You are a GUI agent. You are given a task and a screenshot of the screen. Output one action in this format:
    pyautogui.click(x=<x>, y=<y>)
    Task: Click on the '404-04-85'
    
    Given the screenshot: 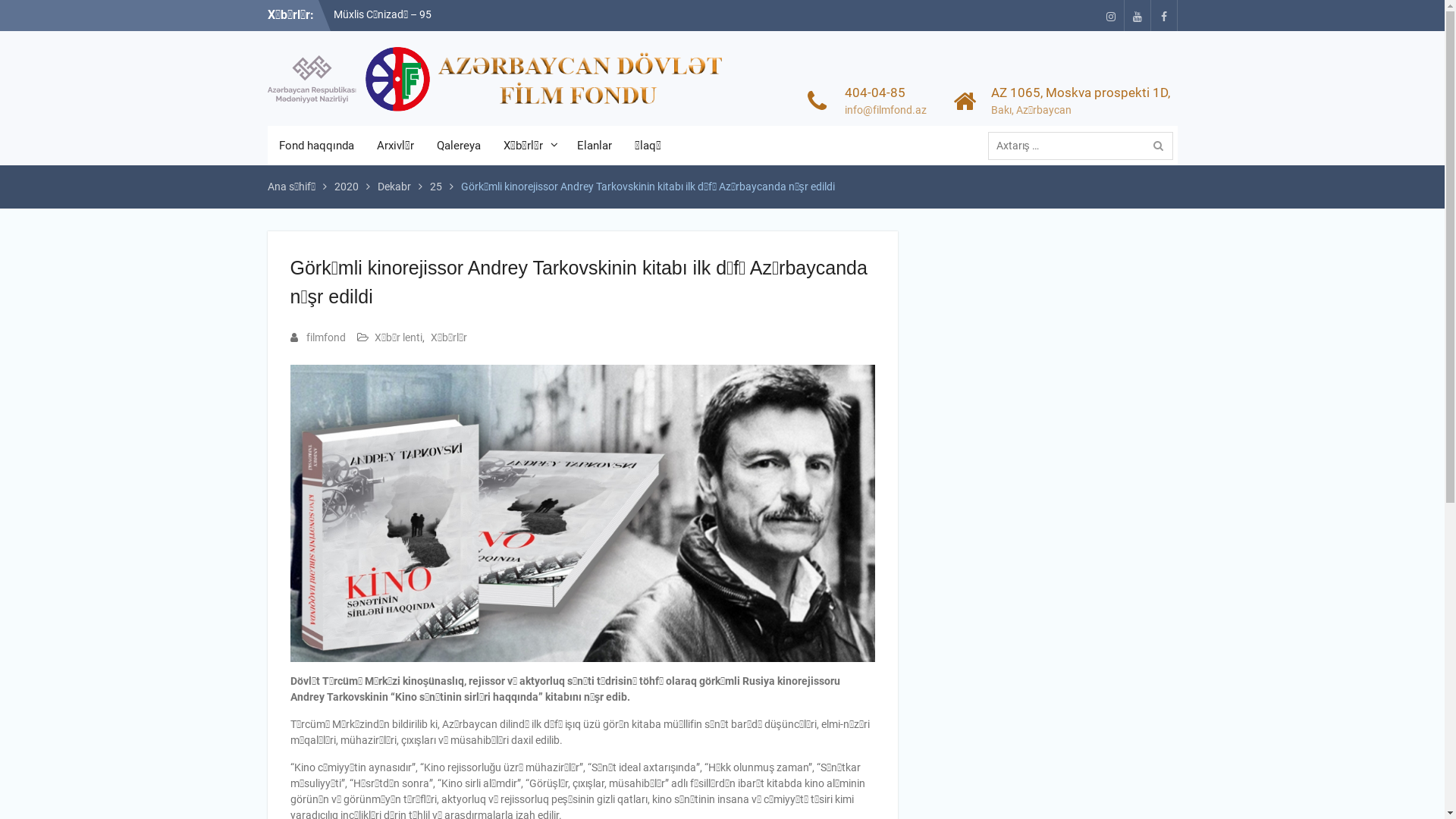 What is the action you would take?
    pyautogui.click(x=884, y=93)
    